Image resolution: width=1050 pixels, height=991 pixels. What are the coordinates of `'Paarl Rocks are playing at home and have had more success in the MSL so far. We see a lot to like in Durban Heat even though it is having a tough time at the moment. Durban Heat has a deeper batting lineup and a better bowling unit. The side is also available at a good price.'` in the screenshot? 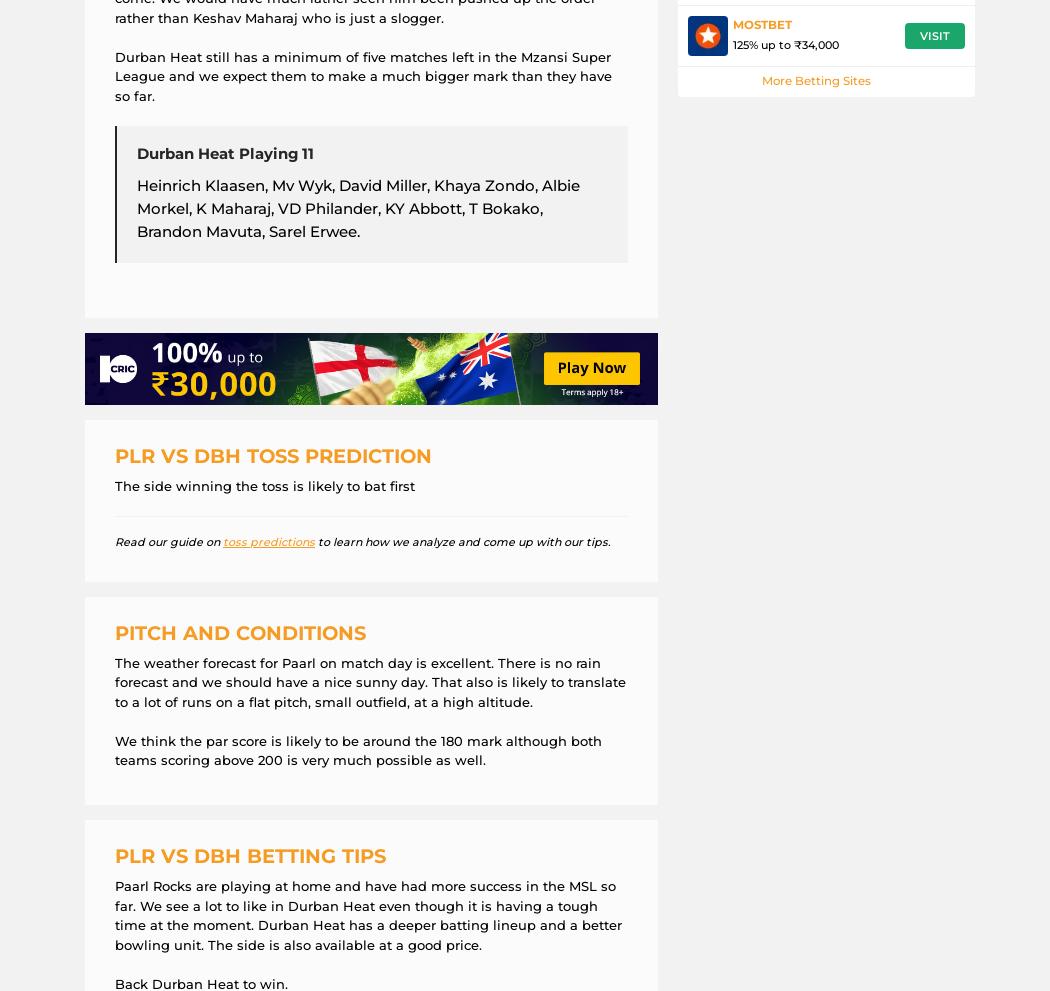 It's located at (113, 913).